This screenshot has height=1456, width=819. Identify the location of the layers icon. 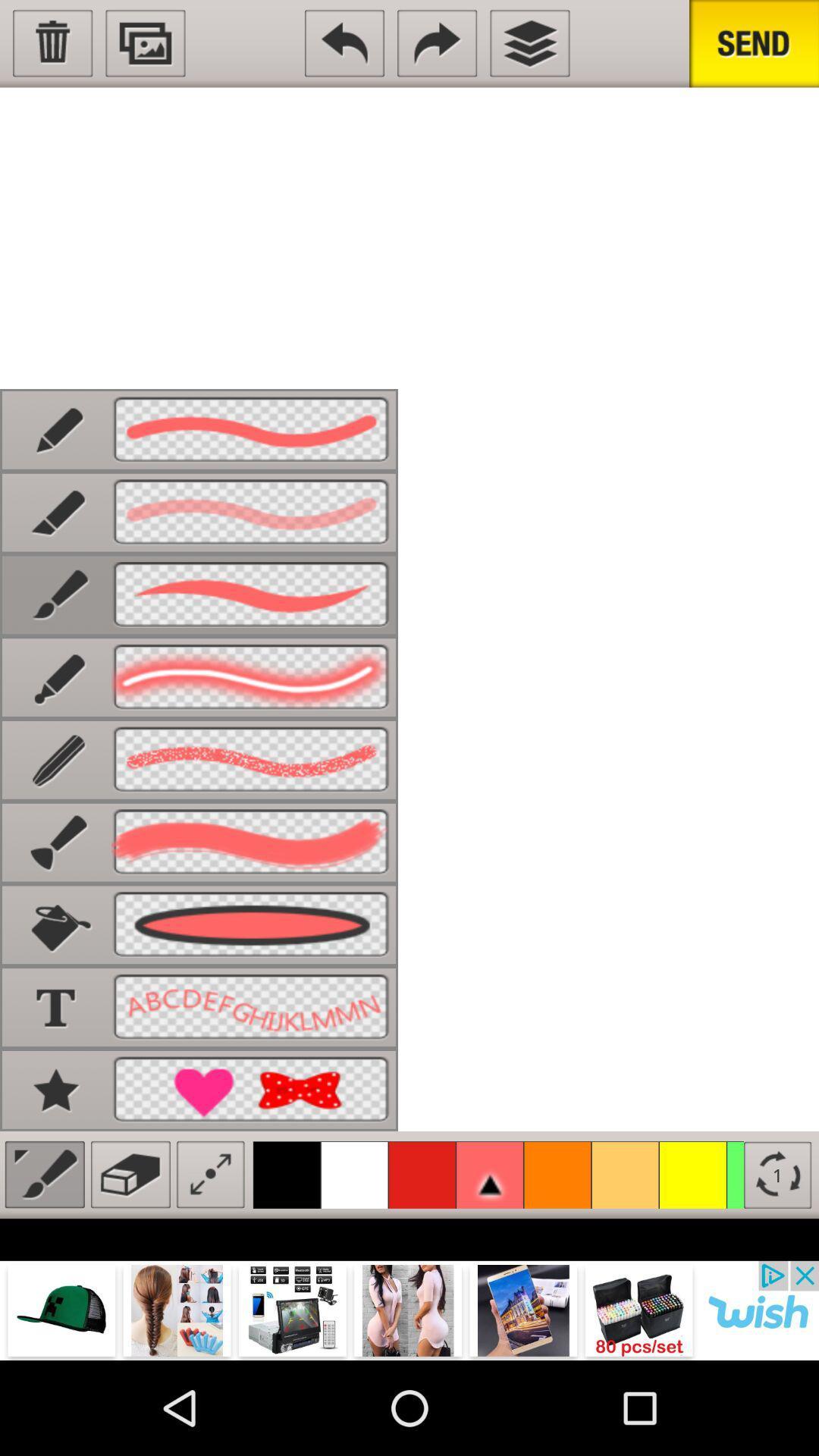
(529, 43).